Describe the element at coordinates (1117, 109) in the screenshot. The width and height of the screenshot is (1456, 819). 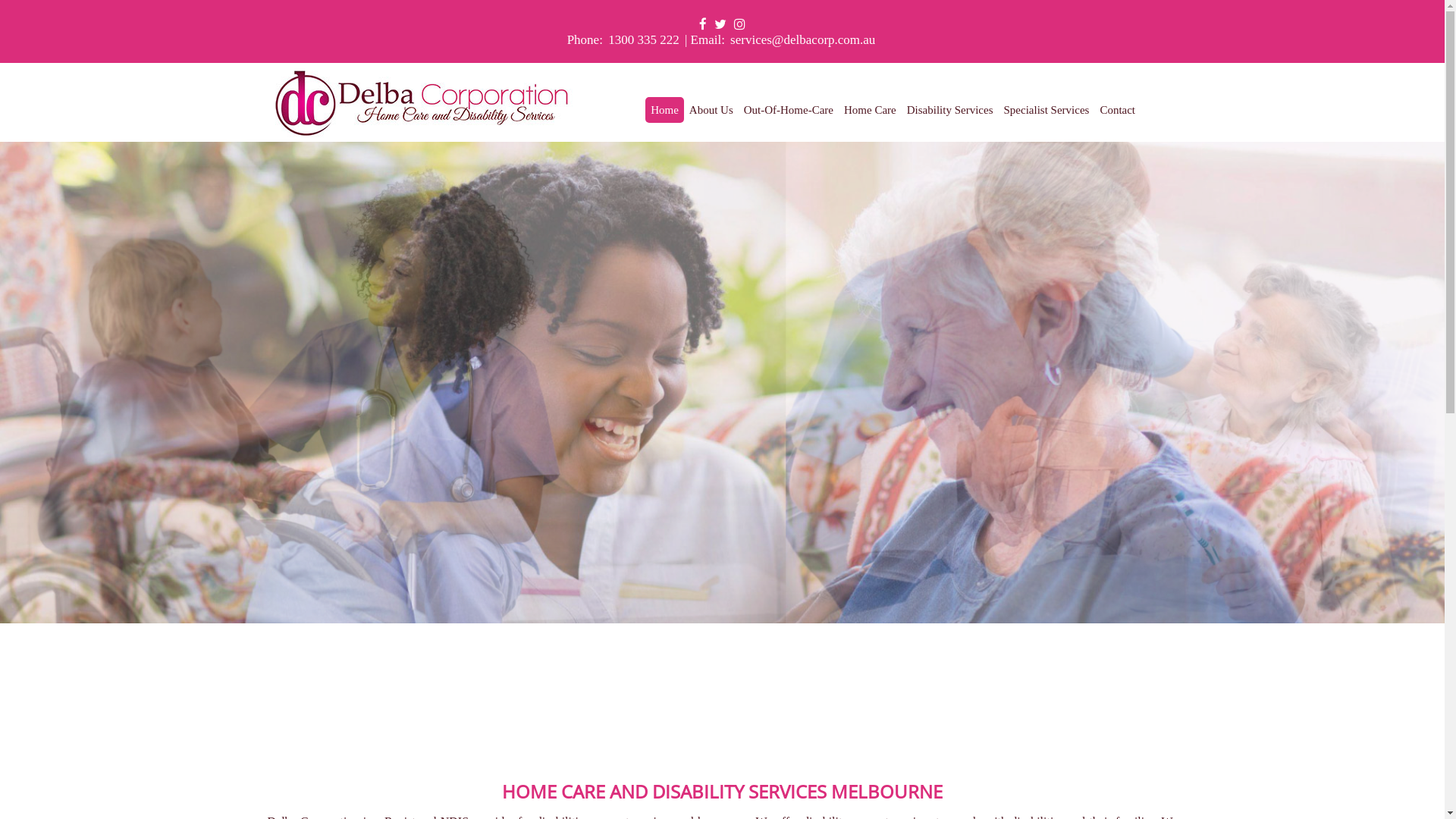
I see `'Contact'` at that location.